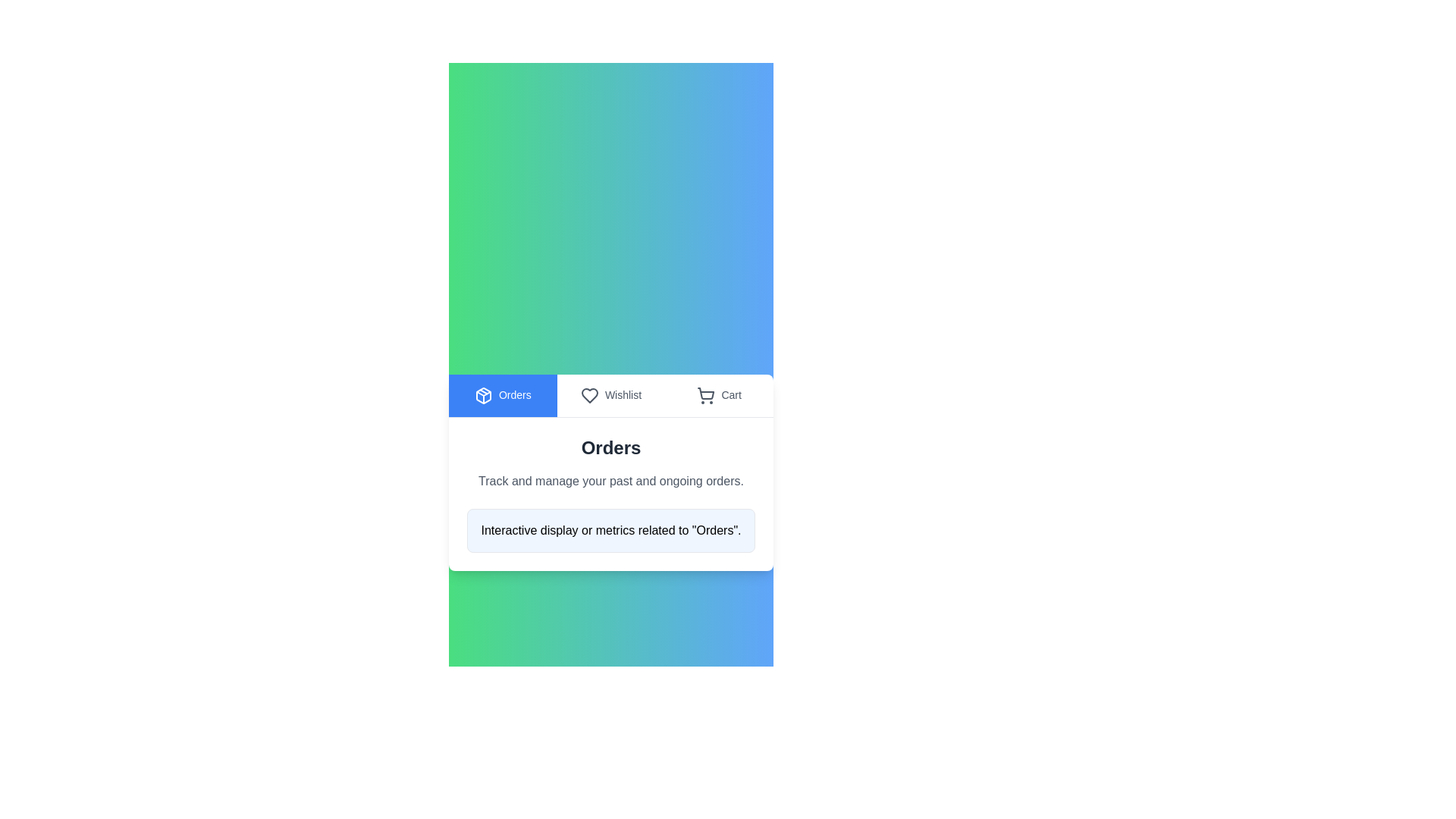  Describe the element at coordinates (718, 394) in the screenshot. I see `the Cart tab by clicking on it` at that location.